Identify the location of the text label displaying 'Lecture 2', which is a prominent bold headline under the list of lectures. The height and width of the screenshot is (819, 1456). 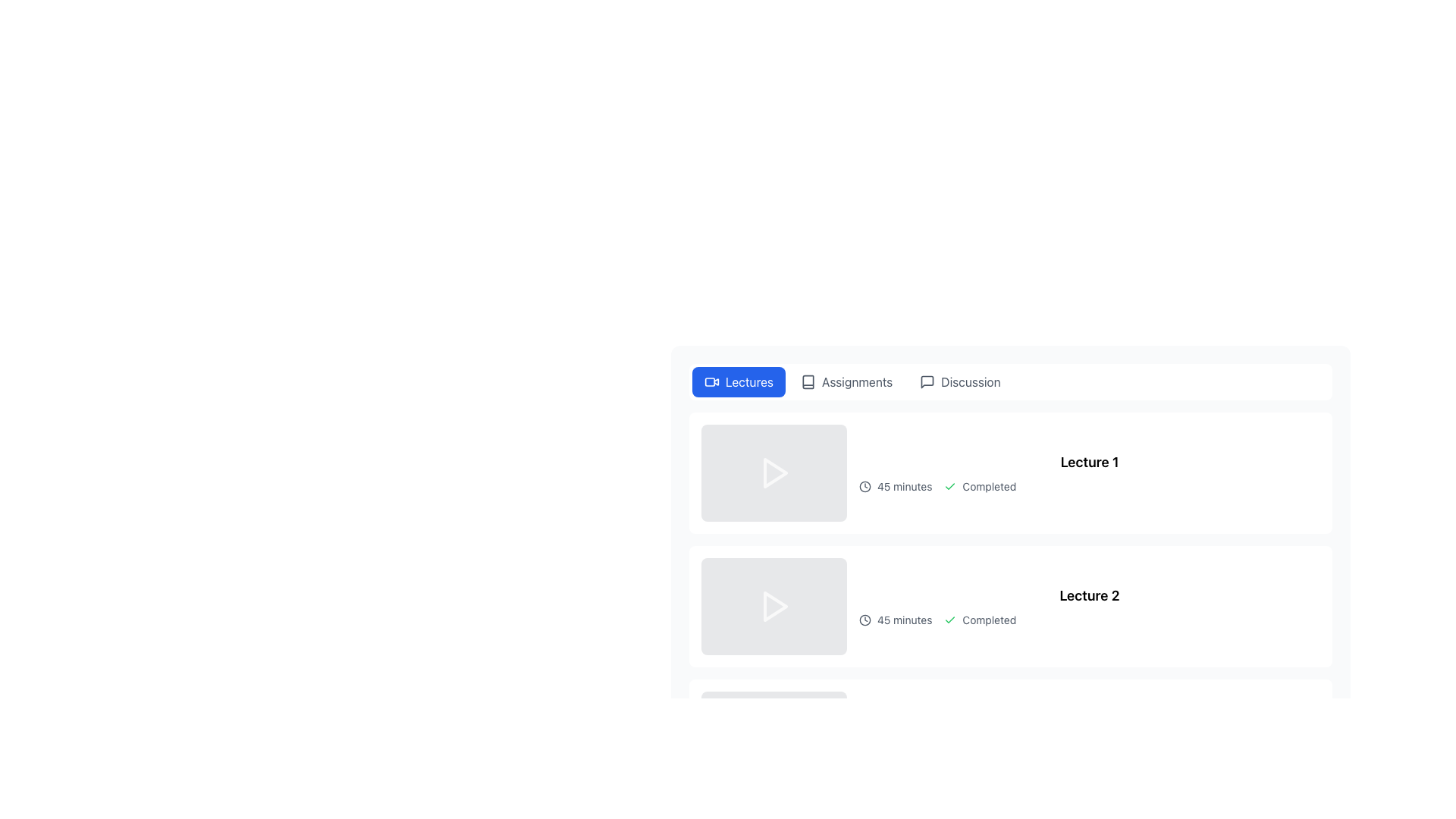
(1088, 595).